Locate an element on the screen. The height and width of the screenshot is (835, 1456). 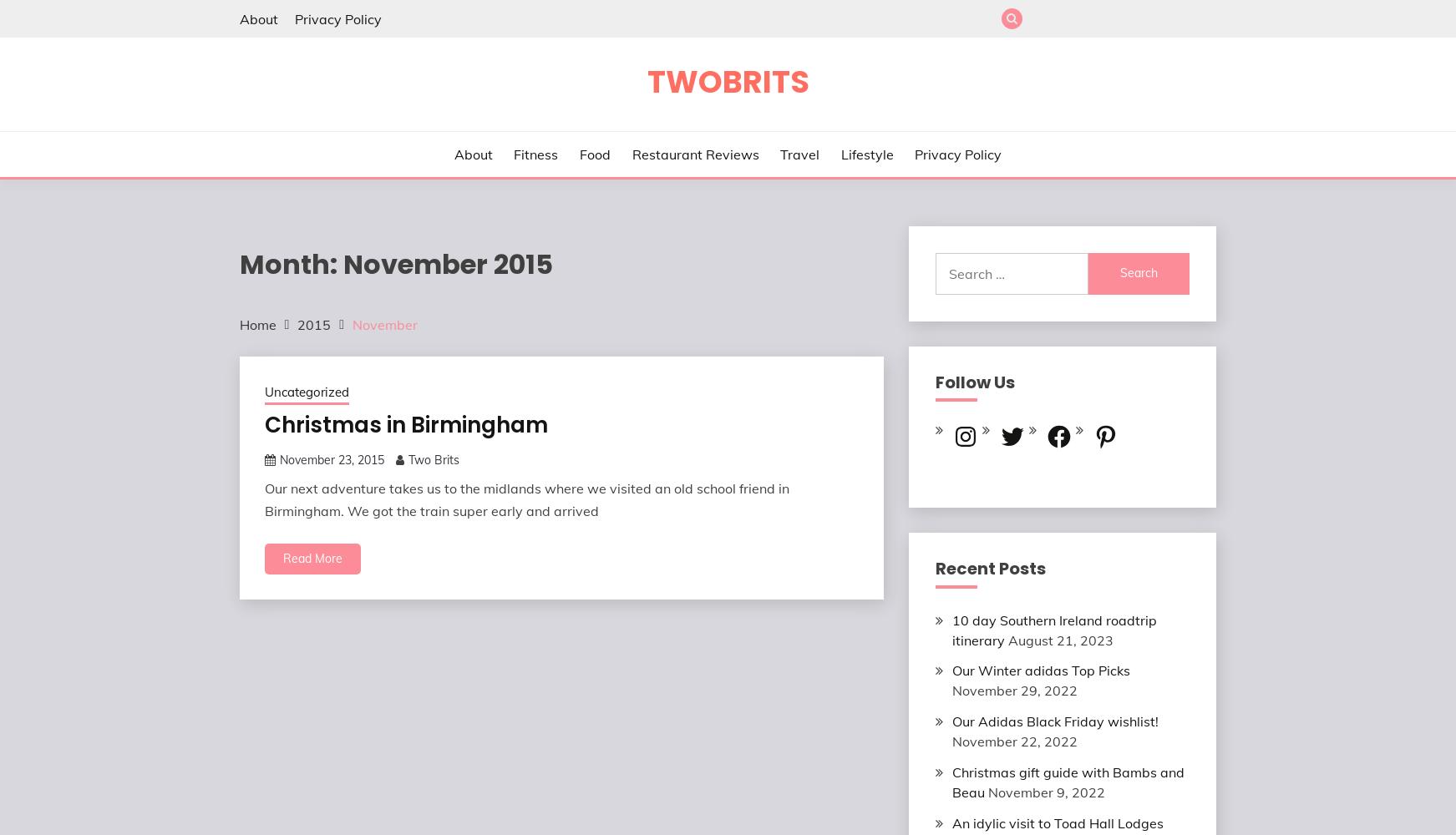
'Our Adidas Black Friday wishlist!' is located at coordinates (951, 721).